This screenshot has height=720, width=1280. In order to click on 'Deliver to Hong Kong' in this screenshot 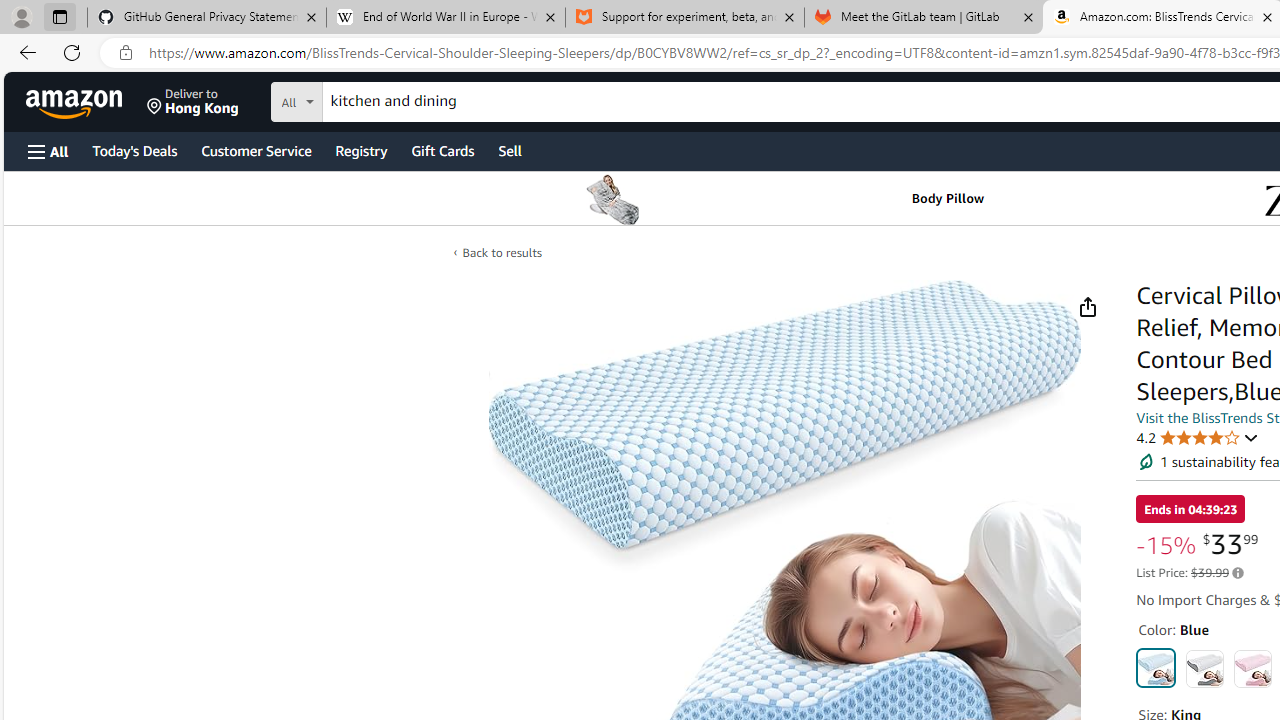, I will do `click(193, 101)`.